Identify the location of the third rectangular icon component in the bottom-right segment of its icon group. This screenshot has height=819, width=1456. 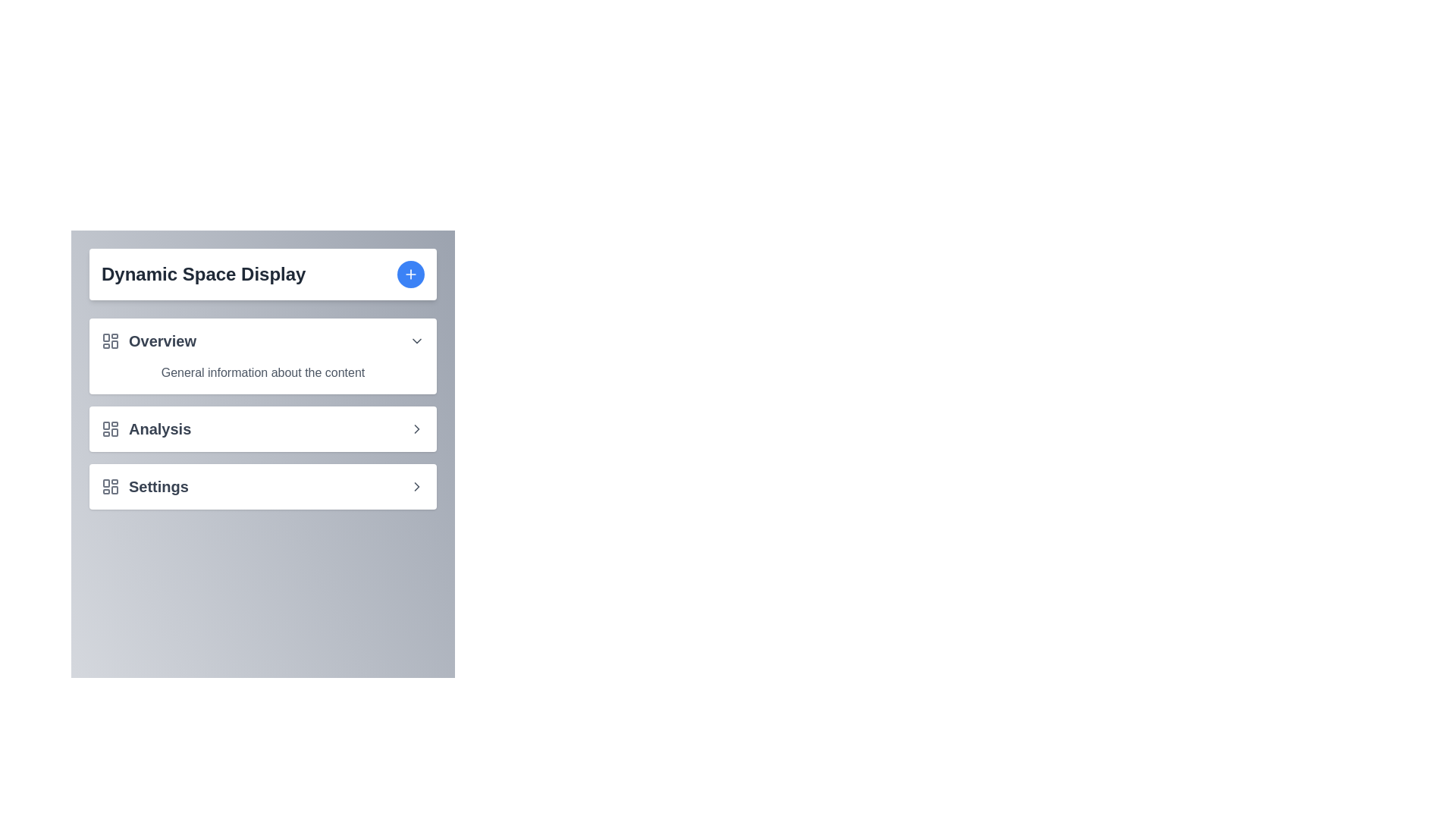
(114, 490).